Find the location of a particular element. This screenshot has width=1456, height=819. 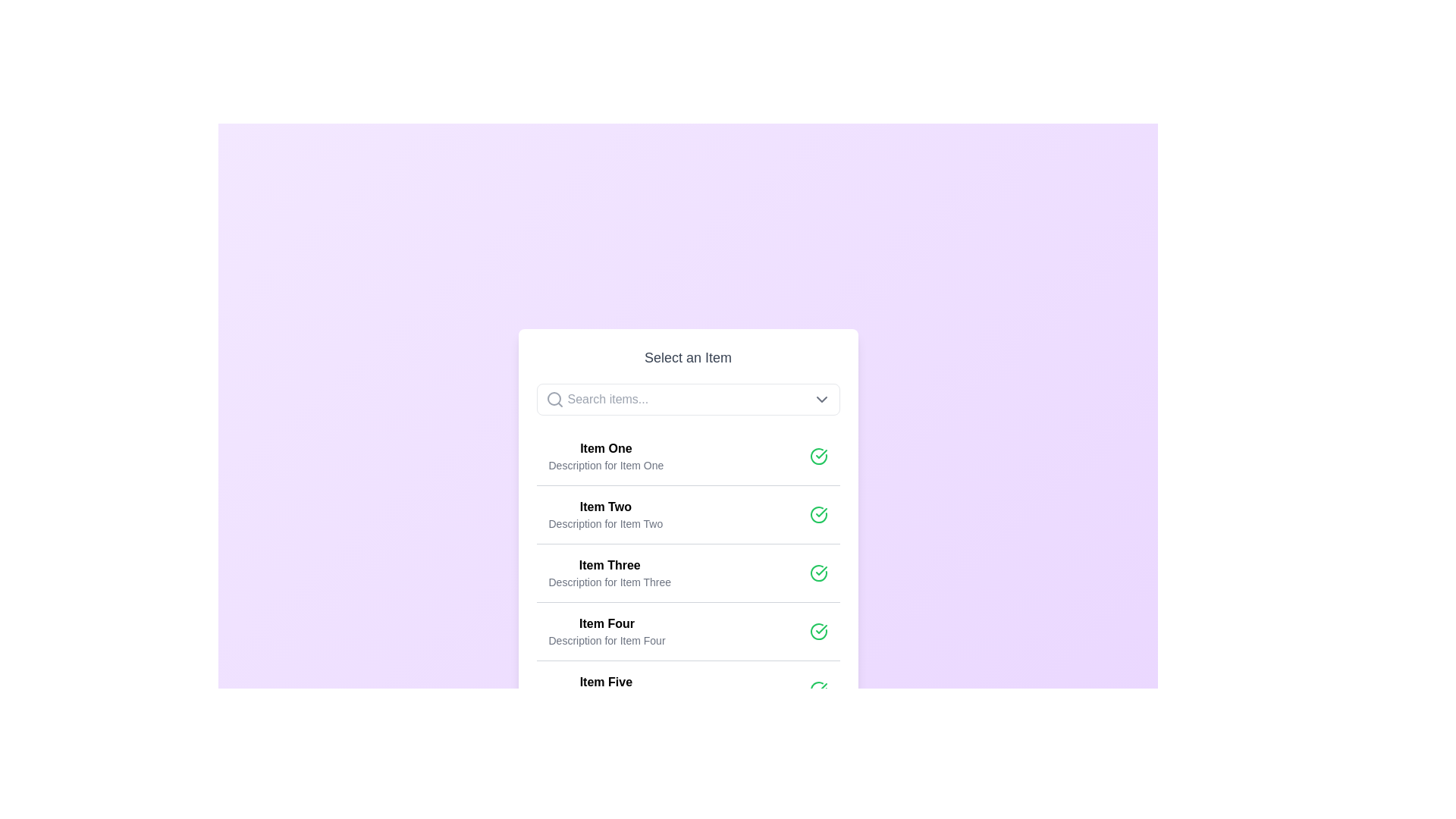

the fourth list item, which displays an item option with a title, description, and a checkmark, located under 'Select an Item' is located at coordinates (687, 631).